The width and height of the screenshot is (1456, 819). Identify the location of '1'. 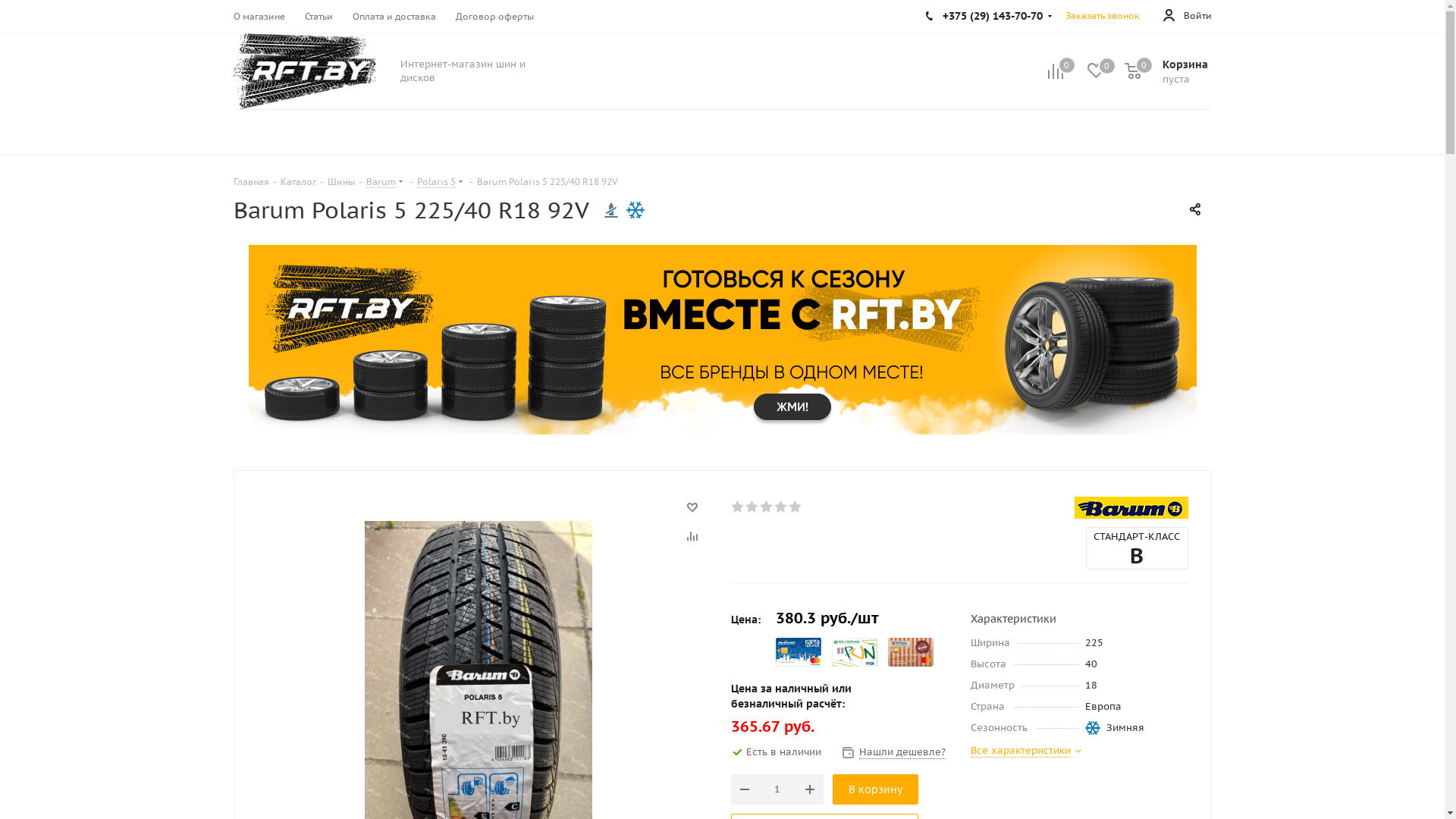
(738, 506).